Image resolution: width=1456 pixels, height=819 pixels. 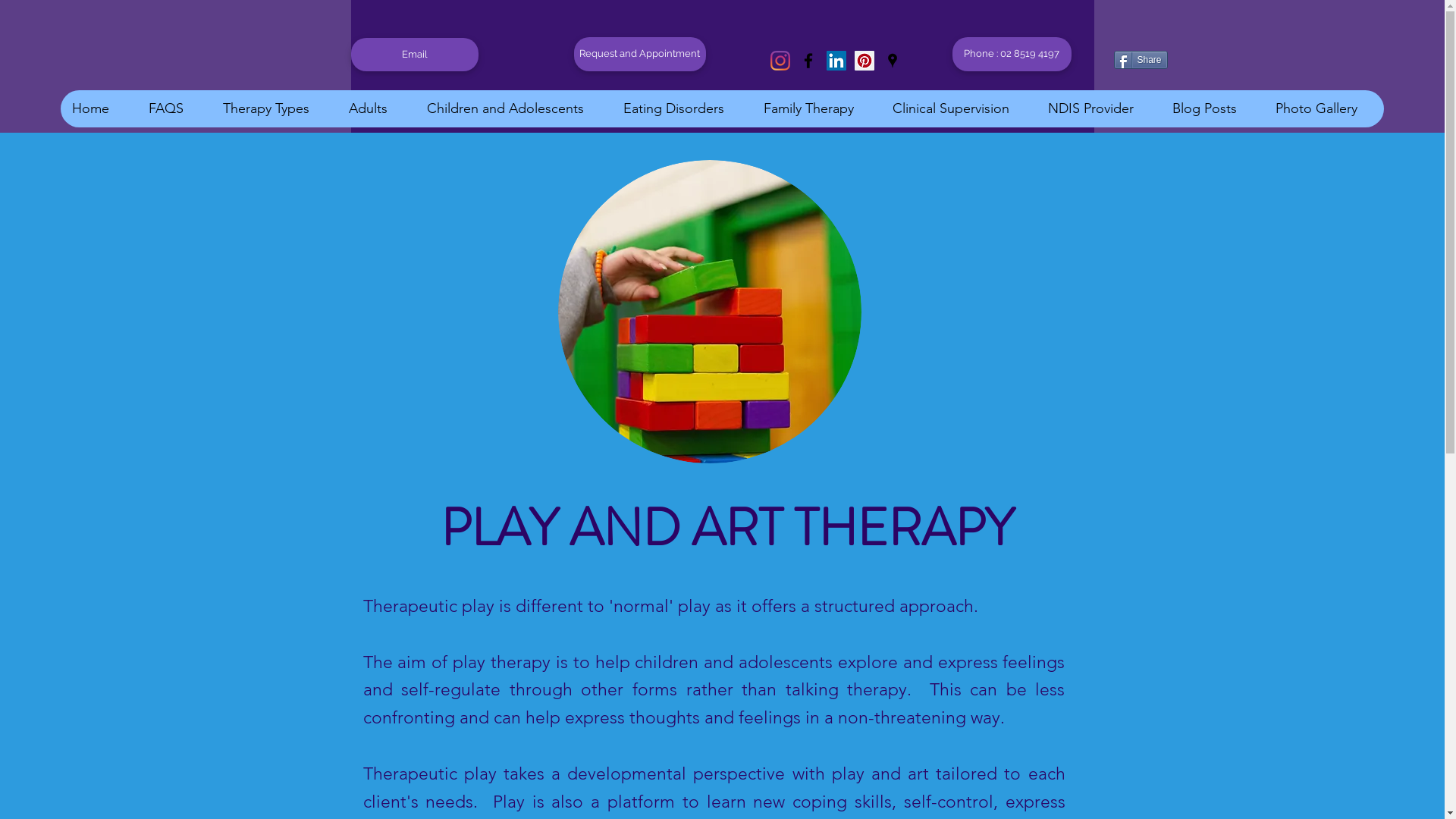 I want to click on 'NDIS Provider', so click(x=1098, y=108).